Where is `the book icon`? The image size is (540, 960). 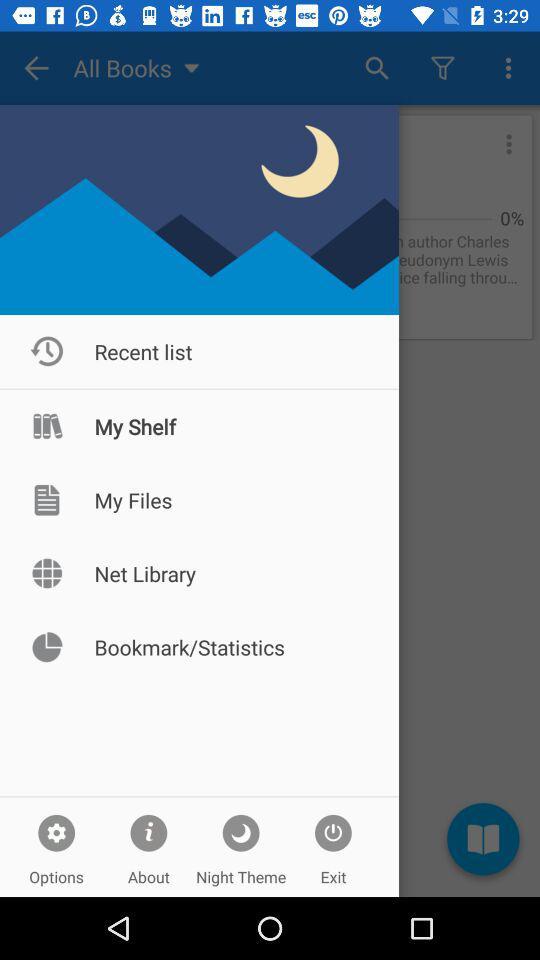 the book icon is located at coordinates (482, 841).